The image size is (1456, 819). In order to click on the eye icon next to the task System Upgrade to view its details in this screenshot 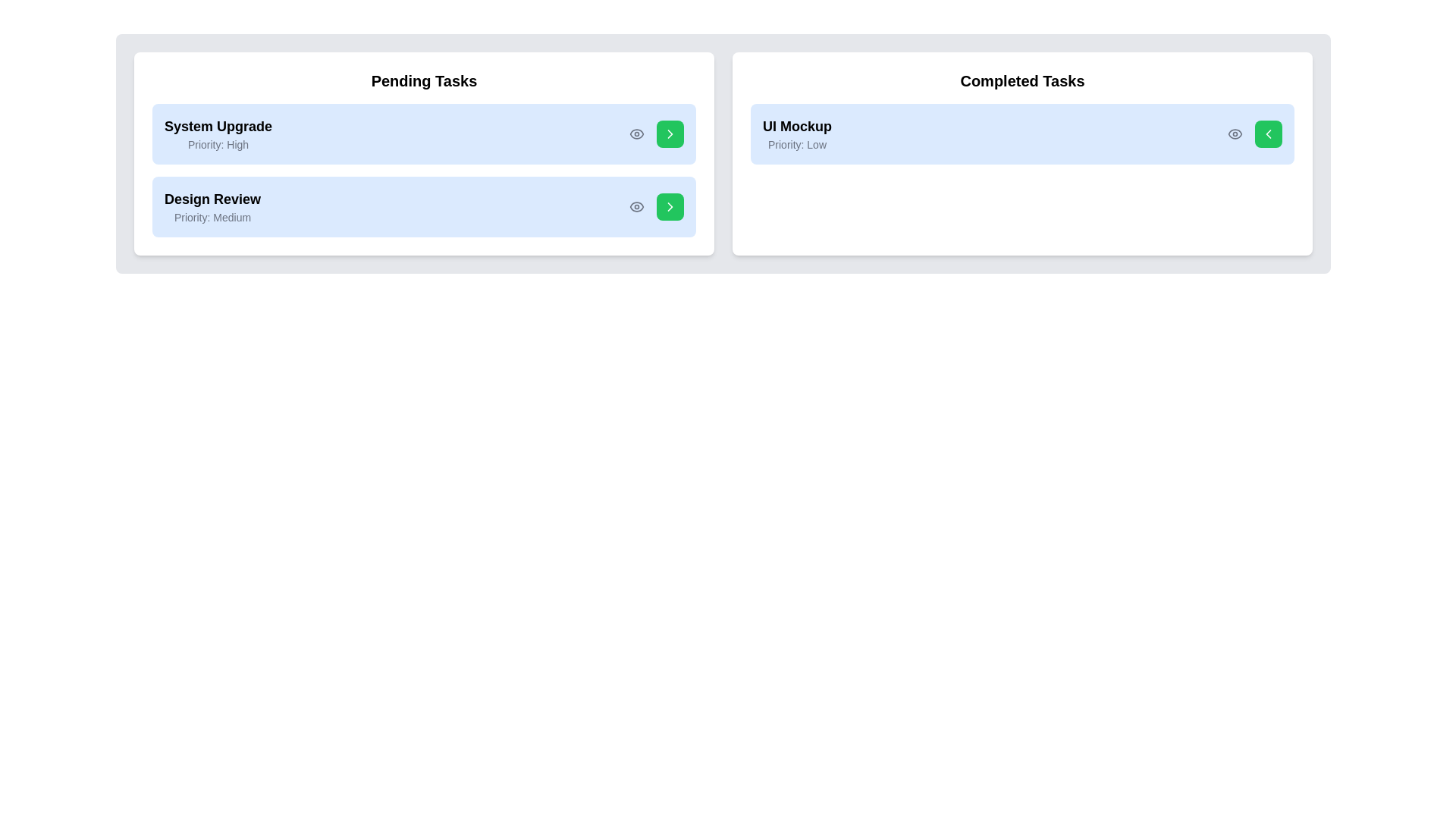, I will do `click(637, 133)`.